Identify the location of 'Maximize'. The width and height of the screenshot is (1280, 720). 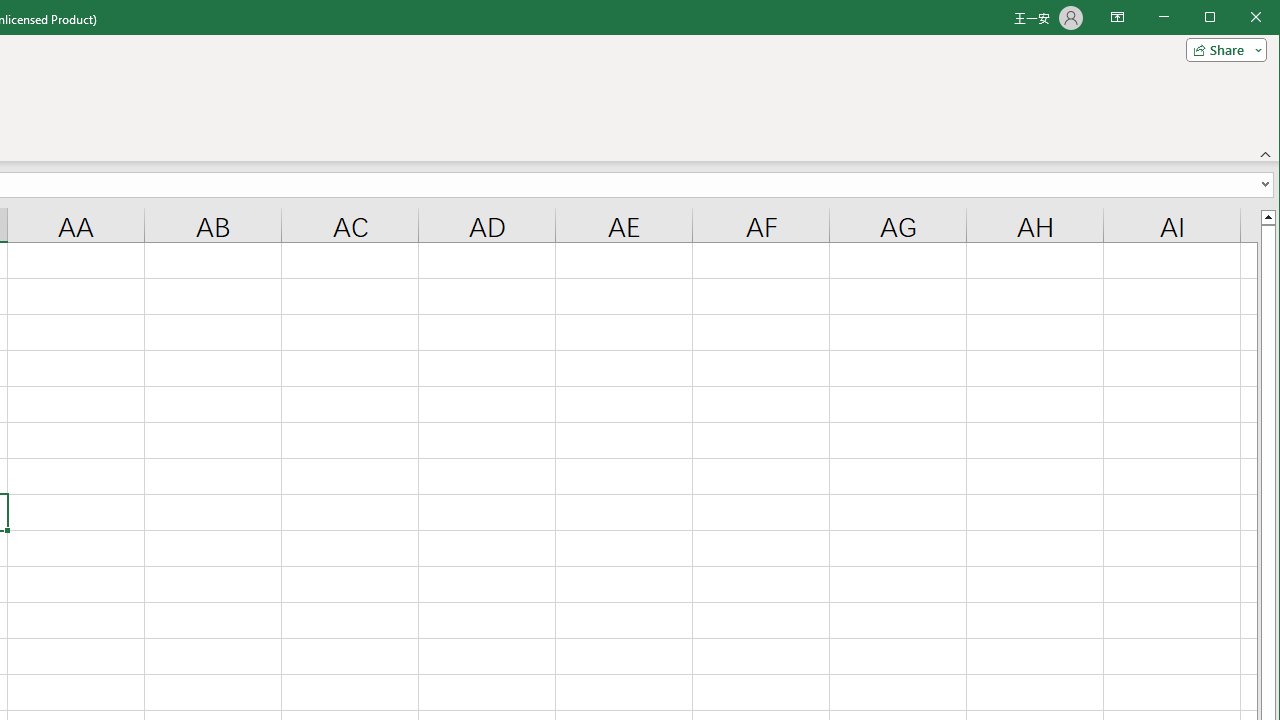
(1238, 19).